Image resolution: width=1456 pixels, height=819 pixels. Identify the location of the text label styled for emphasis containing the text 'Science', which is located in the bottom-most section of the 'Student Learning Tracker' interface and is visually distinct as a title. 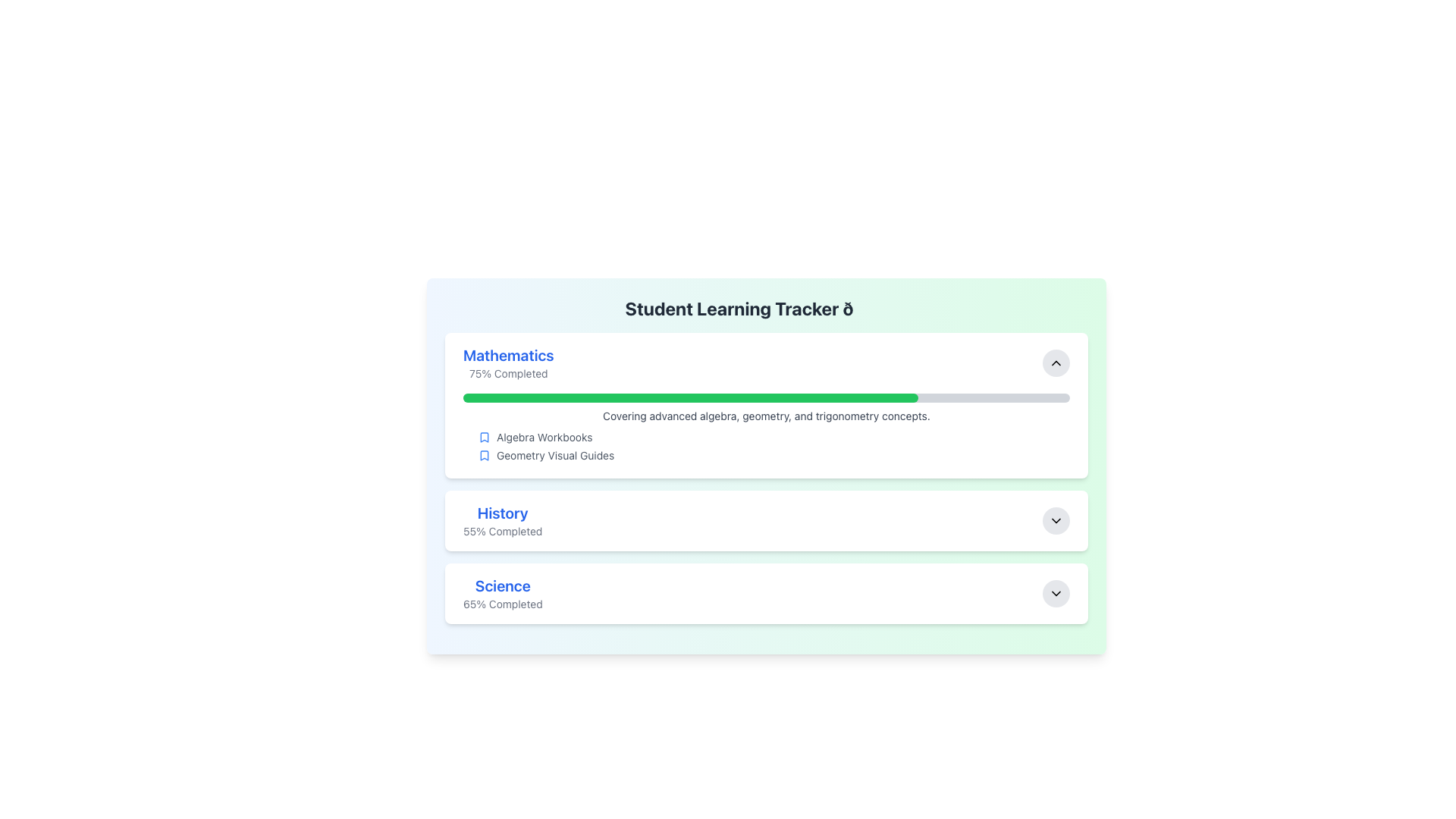
(503, 585).